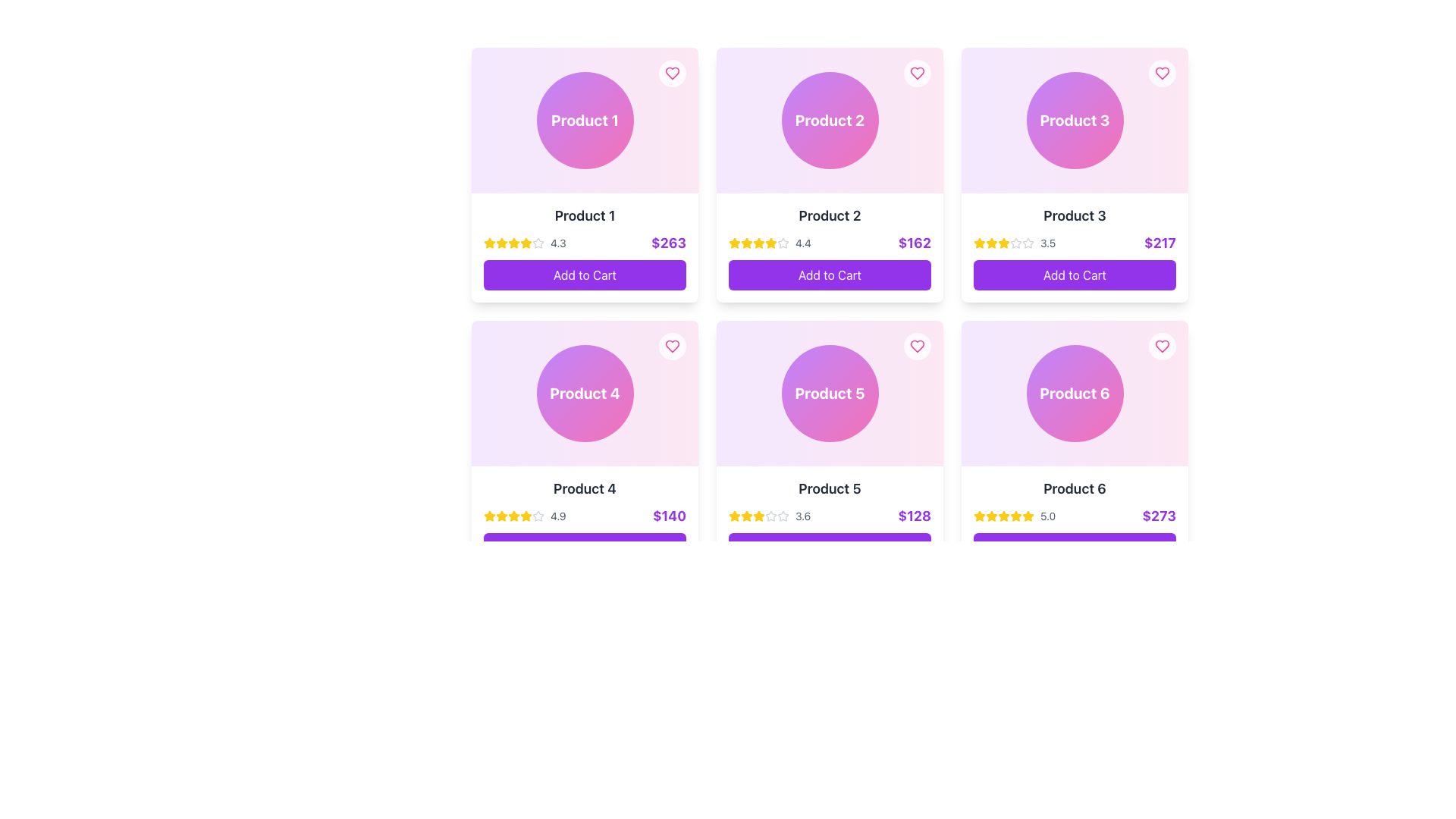  What do you see at coordinates (829, 516) in the screenshot?
I see `the Rating and price display component for 'Product 5', which shows a star rating of 3.6 and a price of $128` at bounding box center [829, 516].